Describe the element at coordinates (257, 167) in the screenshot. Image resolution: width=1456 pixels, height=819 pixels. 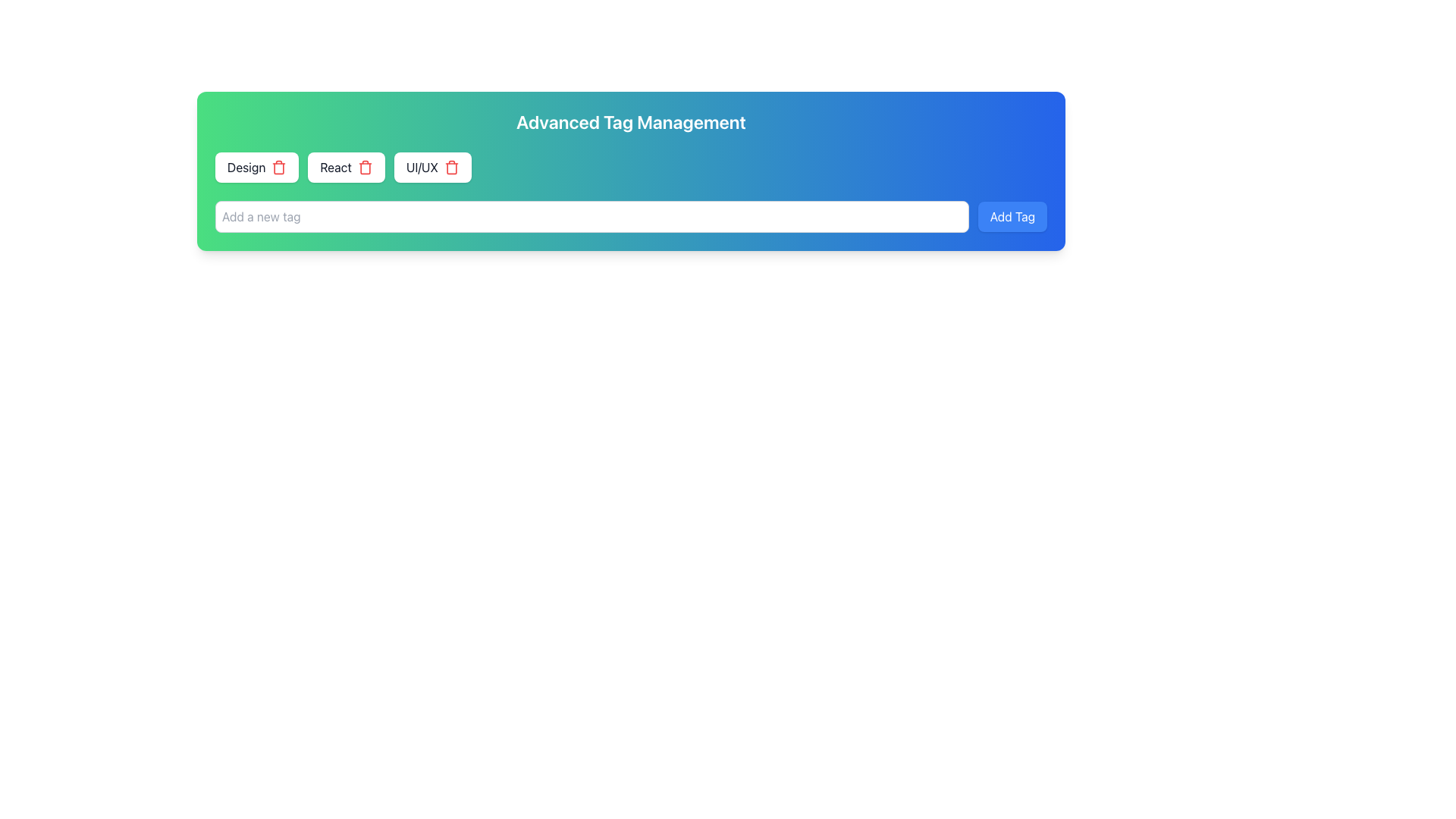
I see `the first button labeled 'Design' with a delete icon` at that location.